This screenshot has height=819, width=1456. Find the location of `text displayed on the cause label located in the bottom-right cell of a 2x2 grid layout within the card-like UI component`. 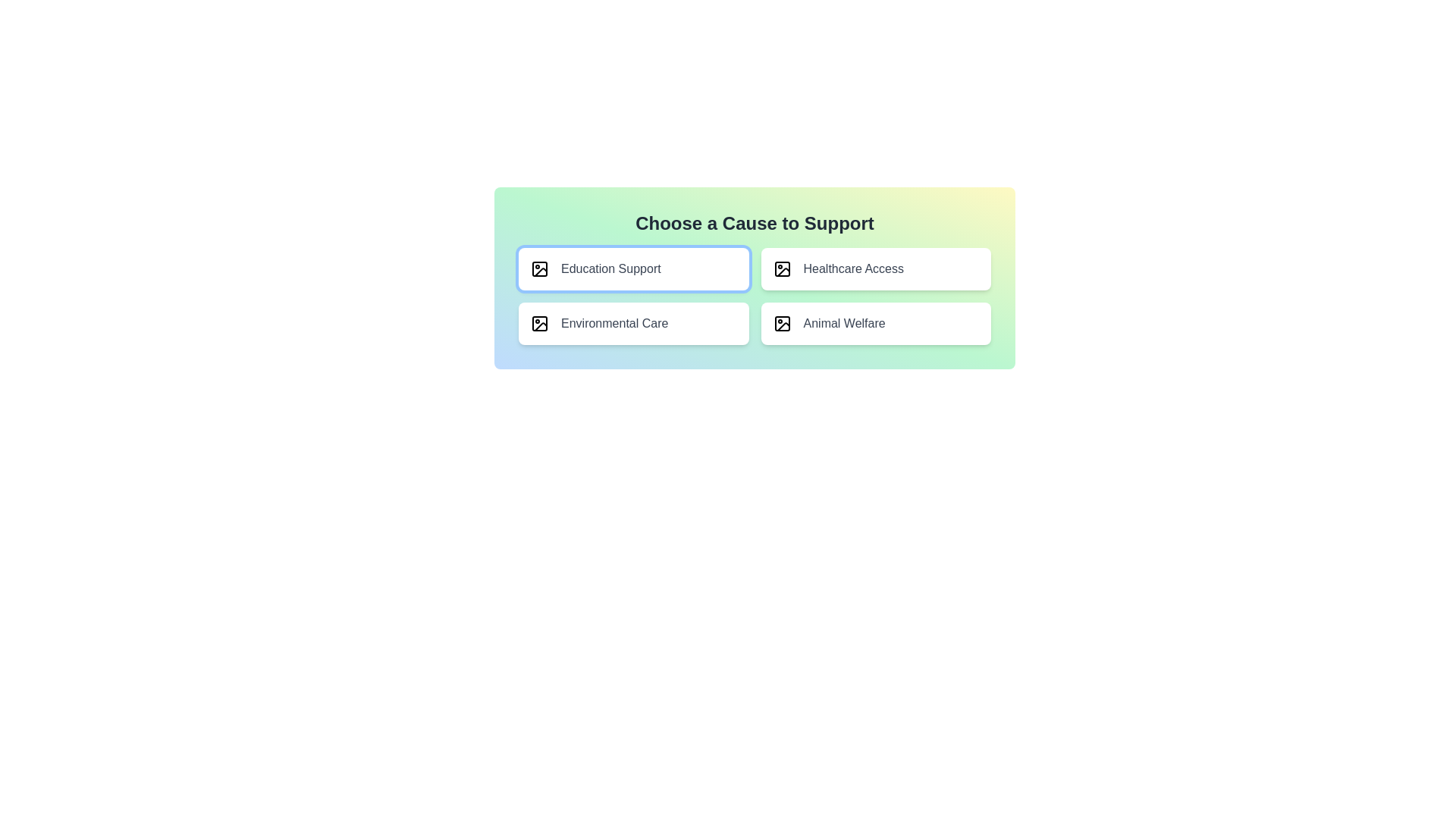

text displayed on the cause label located in the bottom-right cell of a 2x2 grid layout within the card-like UI component is located at coordinates (828, 323).